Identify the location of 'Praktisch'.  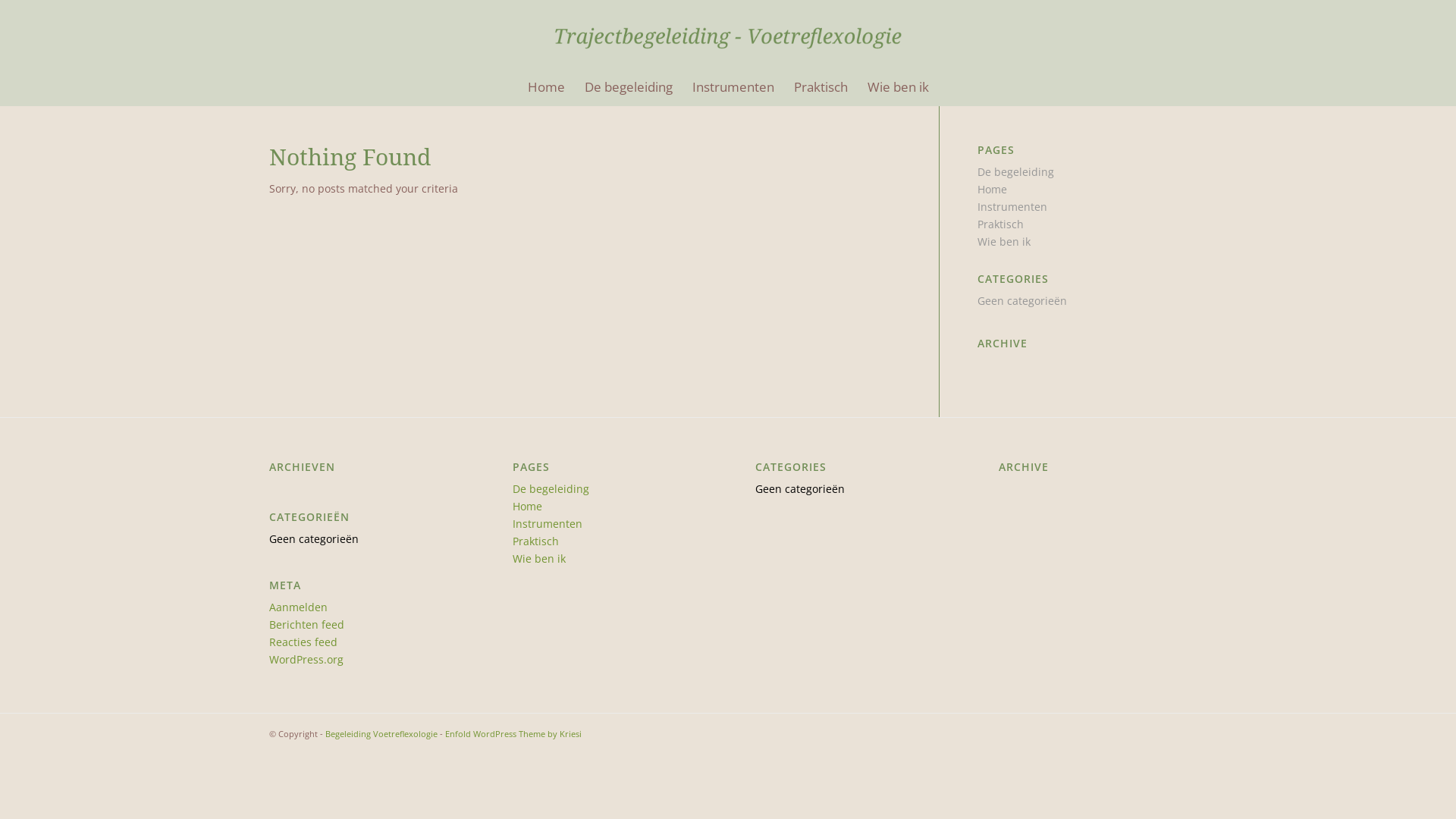
(820, 87).